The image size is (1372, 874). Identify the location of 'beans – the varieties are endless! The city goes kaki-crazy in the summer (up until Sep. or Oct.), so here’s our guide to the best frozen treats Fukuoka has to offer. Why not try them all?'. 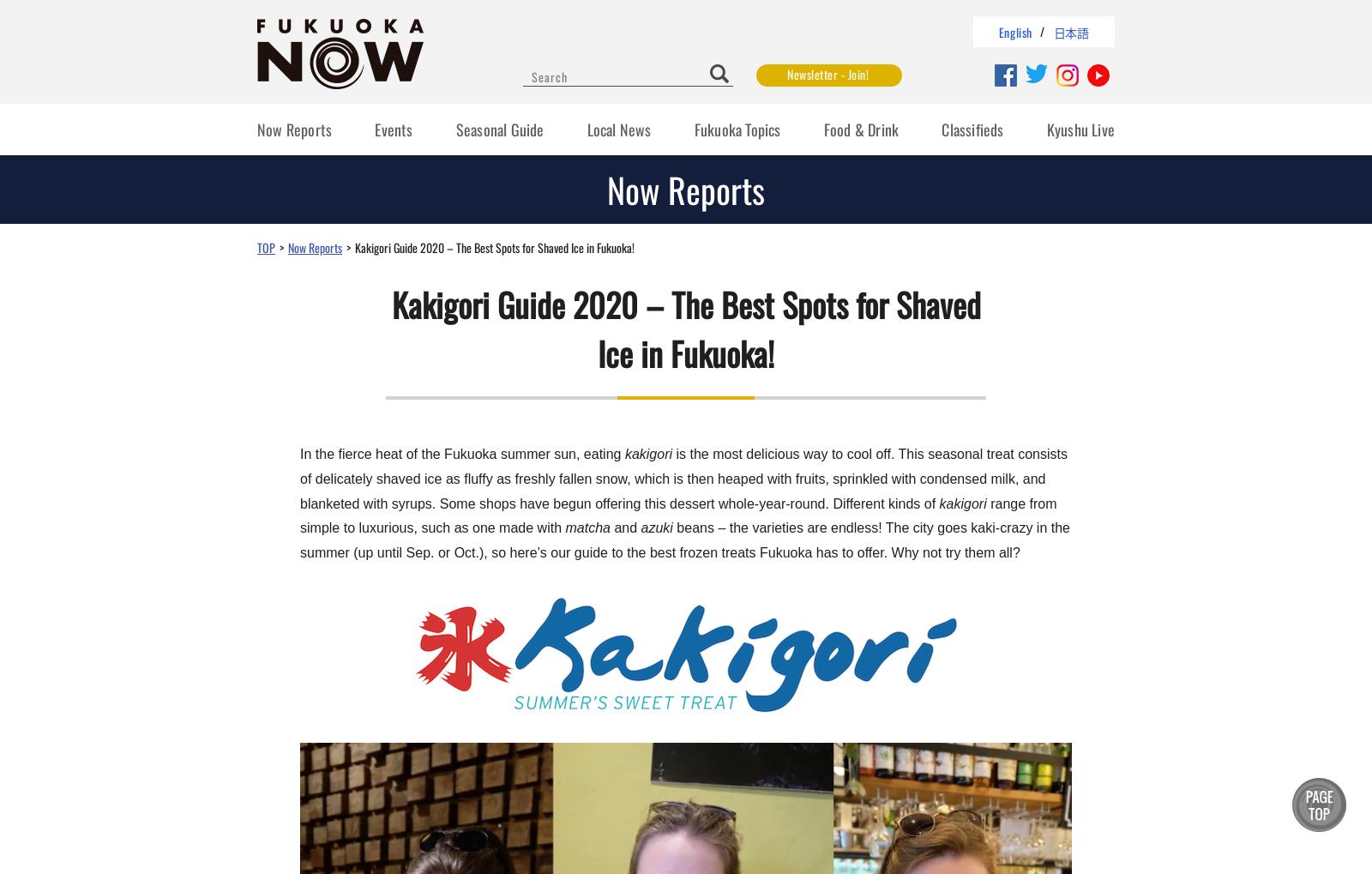
(684, 540).